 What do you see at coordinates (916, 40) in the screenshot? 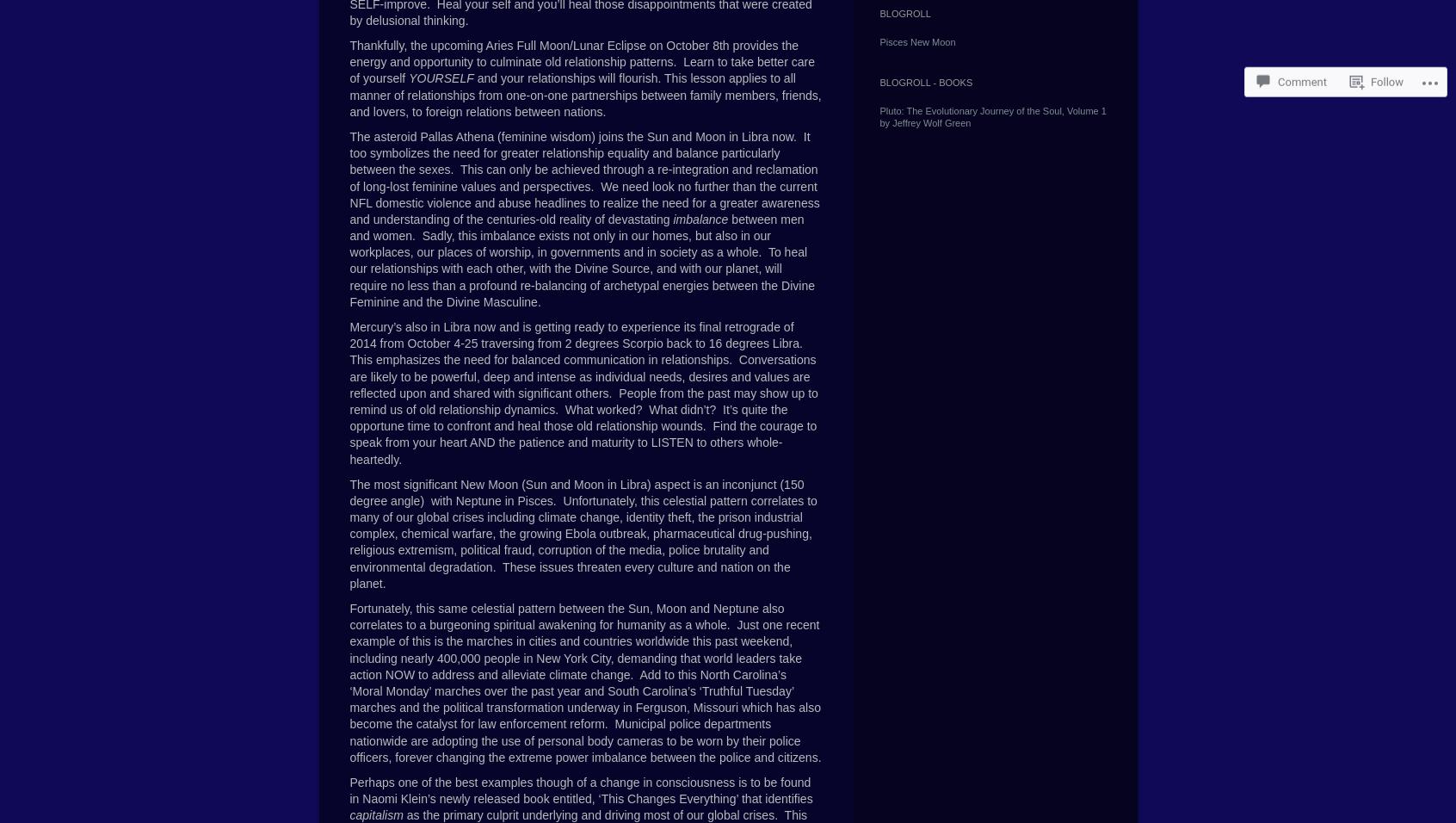
I see `'Pisces New Moon'` at bounding box center [916, 40].